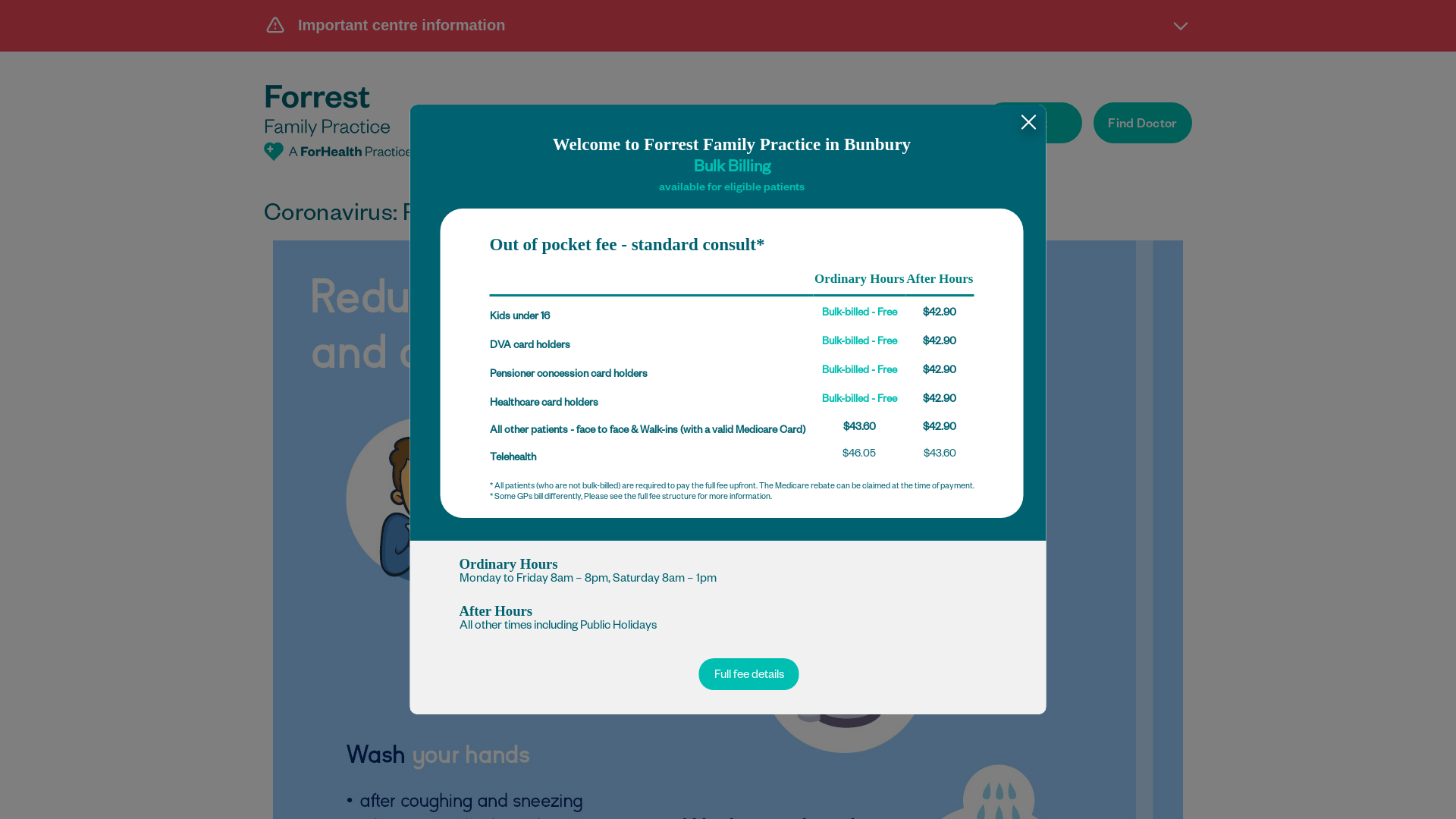  Describe the element at coordinates (337, 122) in the screenshot. I see `'Forrest Family Practice'` at that location.